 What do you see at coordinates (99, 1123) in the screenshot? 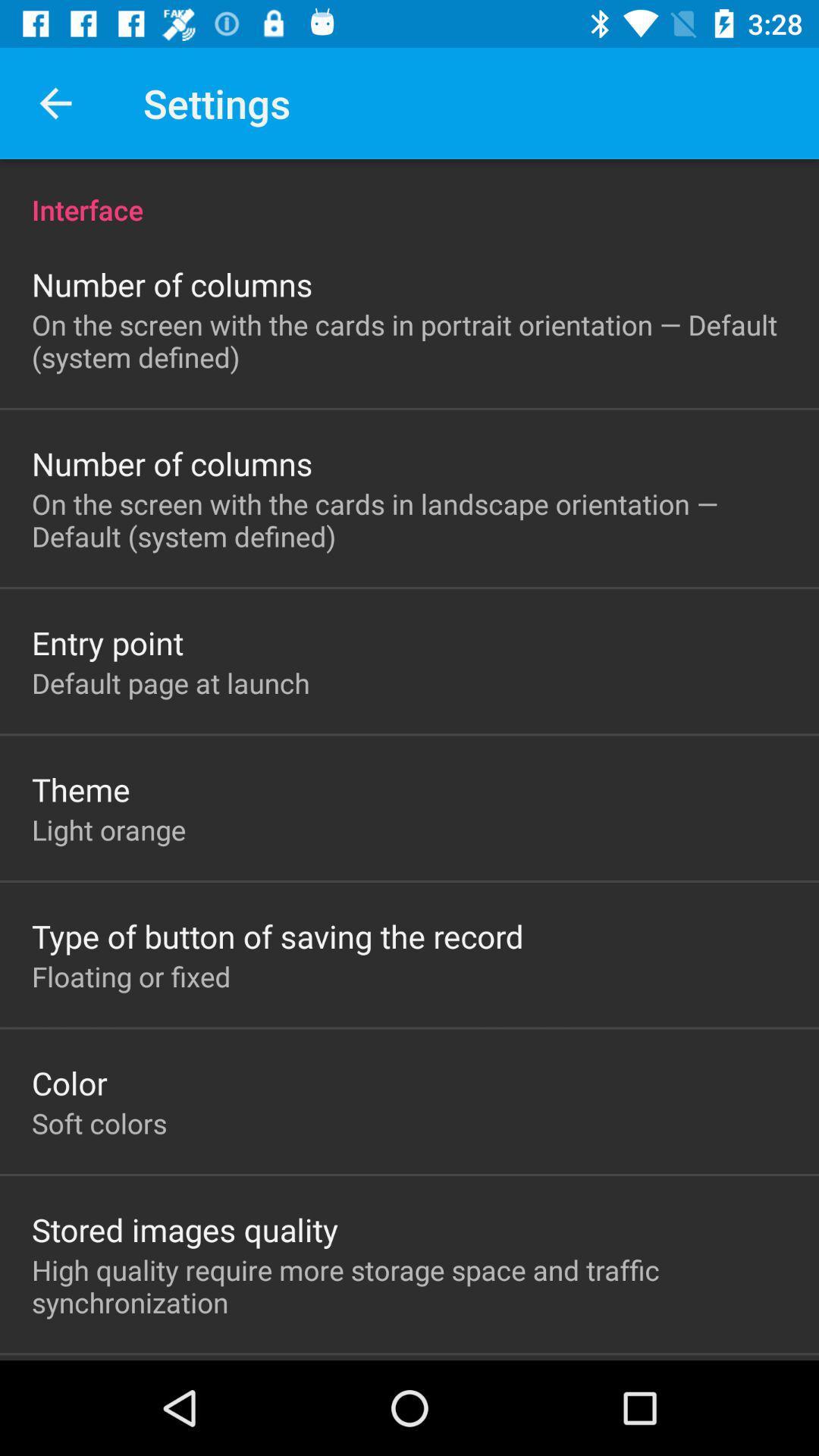
I see `the soft colors item` at bounding box center [99, 1123].